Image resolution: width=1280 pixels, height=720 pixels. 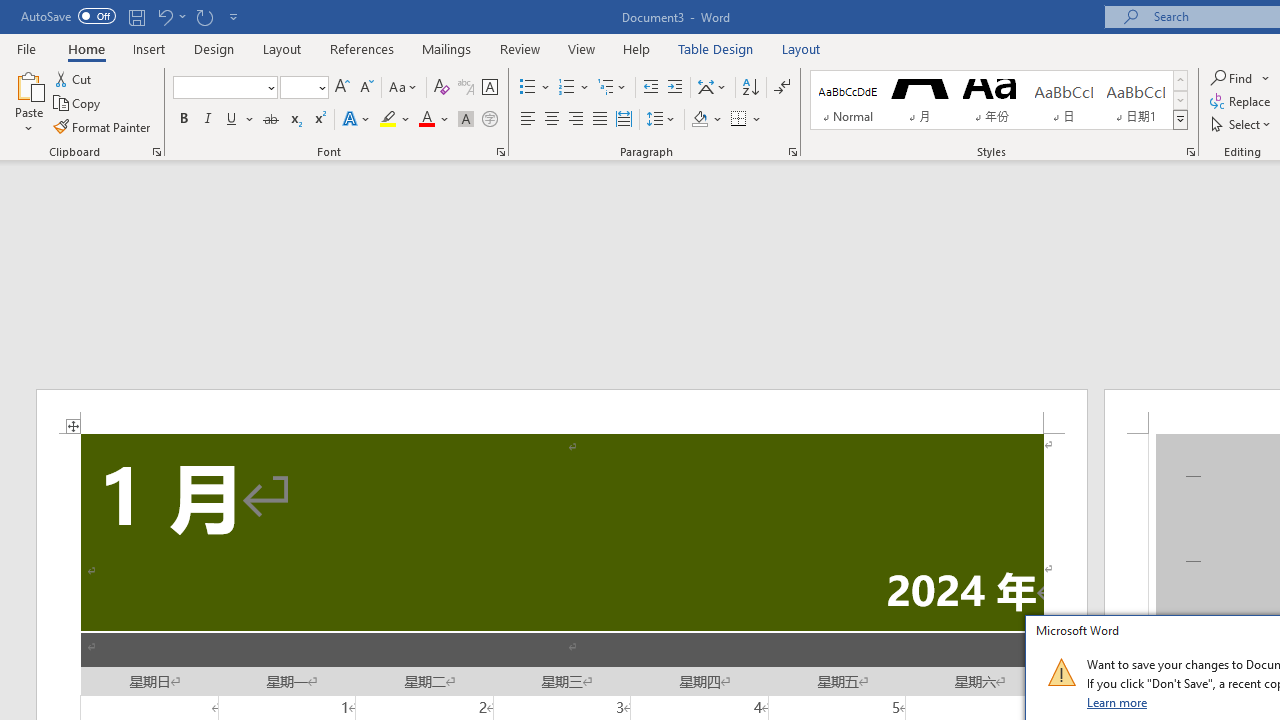 What do you see at coordinates (999, 100) in the screenshot?
I see `'AutomationID: QuickStylesGallery'` at bounding box center [999, 100].